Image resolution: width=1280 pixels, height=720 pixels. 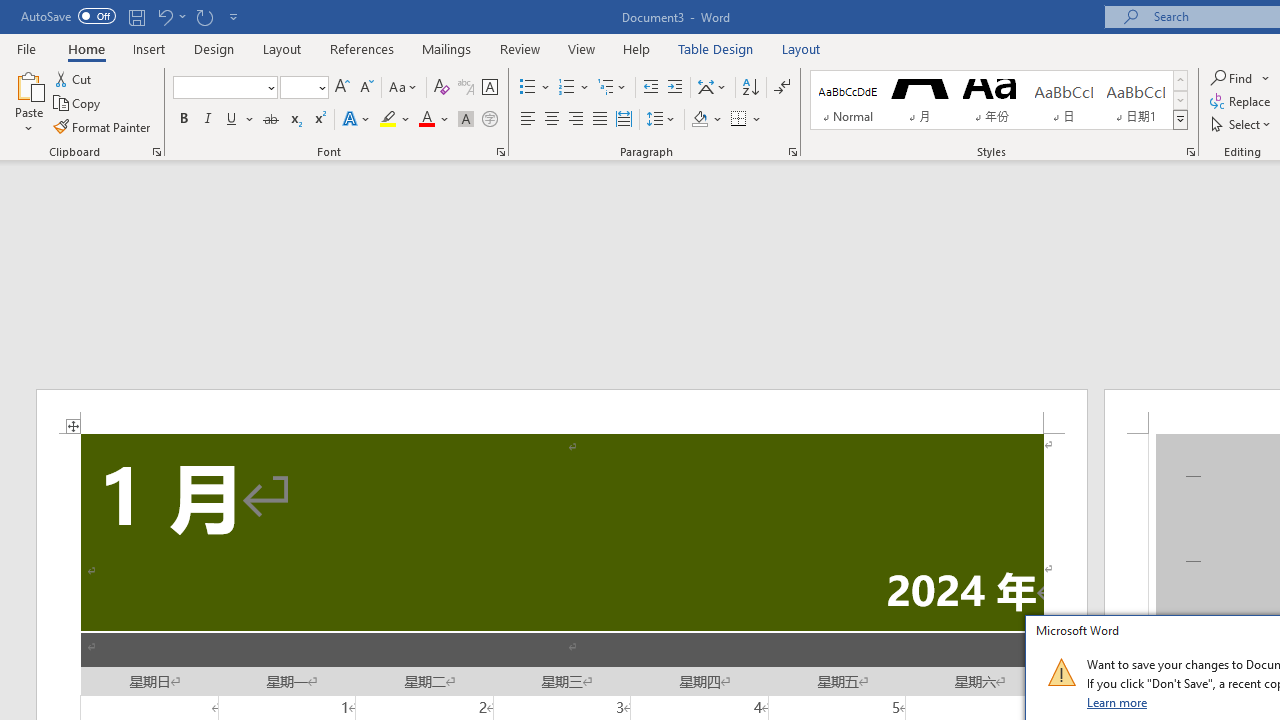 What do you see at coordinates (999, 100) in the screenshot?
I see `'AutomationID: QuickStylesGallery'` at bounding box center [999, 100].